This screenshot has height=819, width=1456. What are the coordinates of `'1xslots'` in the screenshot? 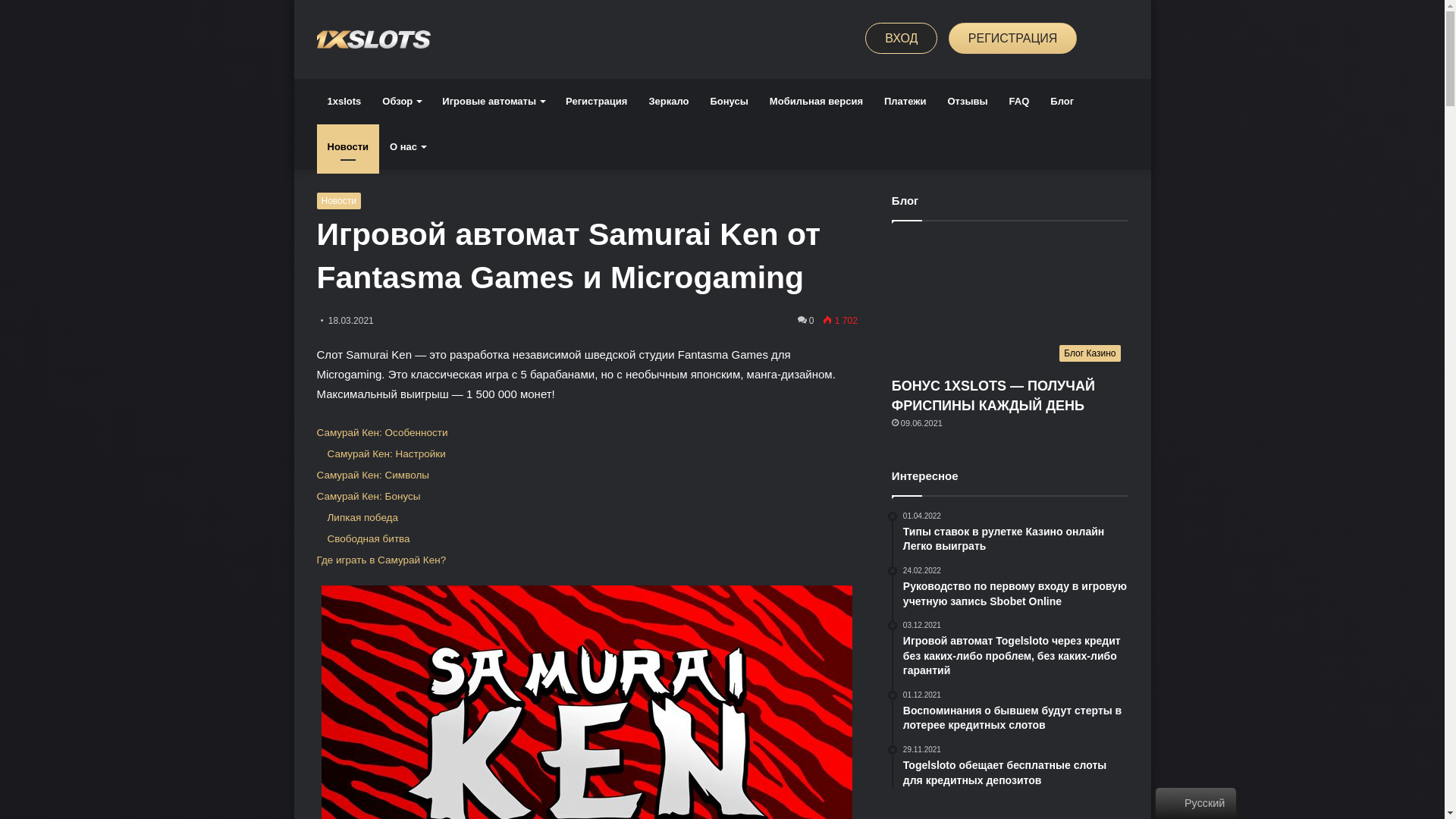 It's located at (344, 102).